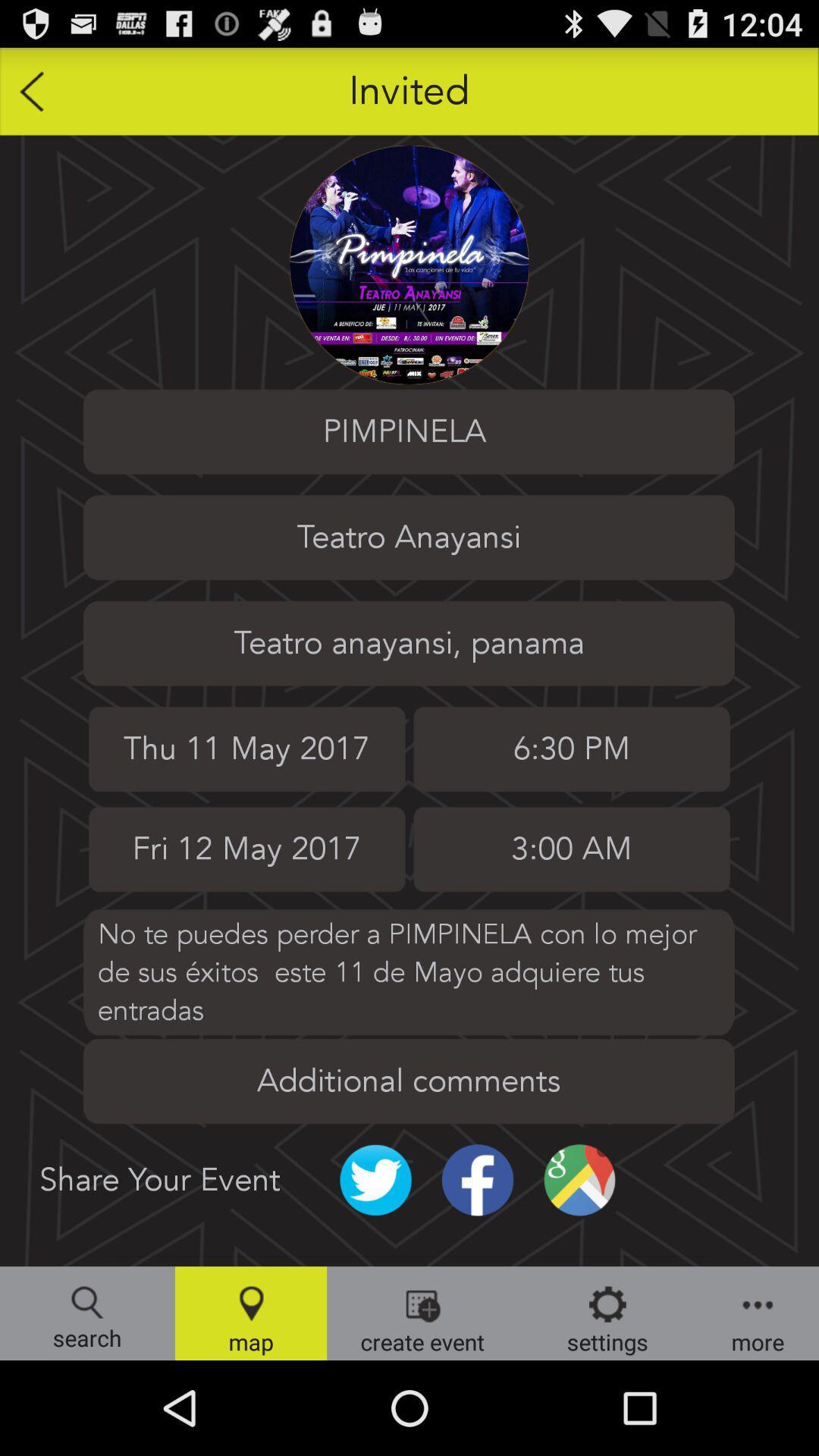 This screenshot has width=819, height=1456. I want to click on the time 630 pm, so click(571, 749).